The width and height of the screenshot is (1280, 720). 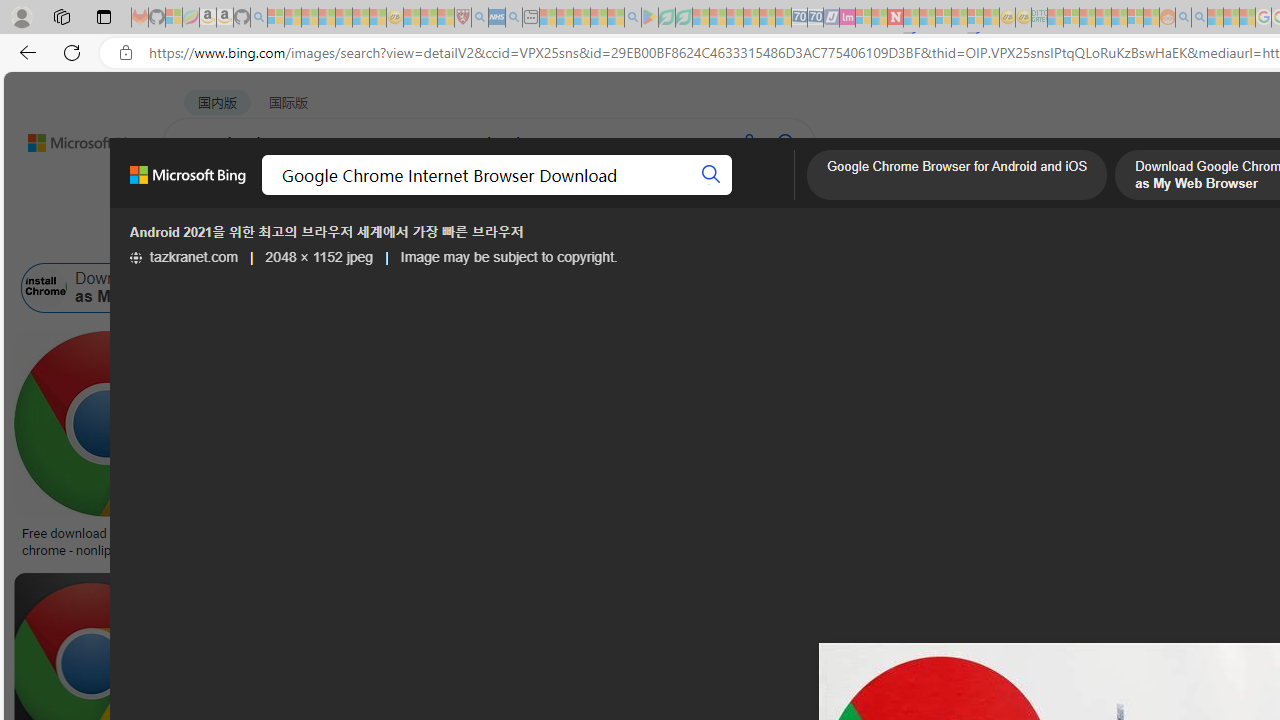 I want to click on 'Image size', so click(x=222, y=236).